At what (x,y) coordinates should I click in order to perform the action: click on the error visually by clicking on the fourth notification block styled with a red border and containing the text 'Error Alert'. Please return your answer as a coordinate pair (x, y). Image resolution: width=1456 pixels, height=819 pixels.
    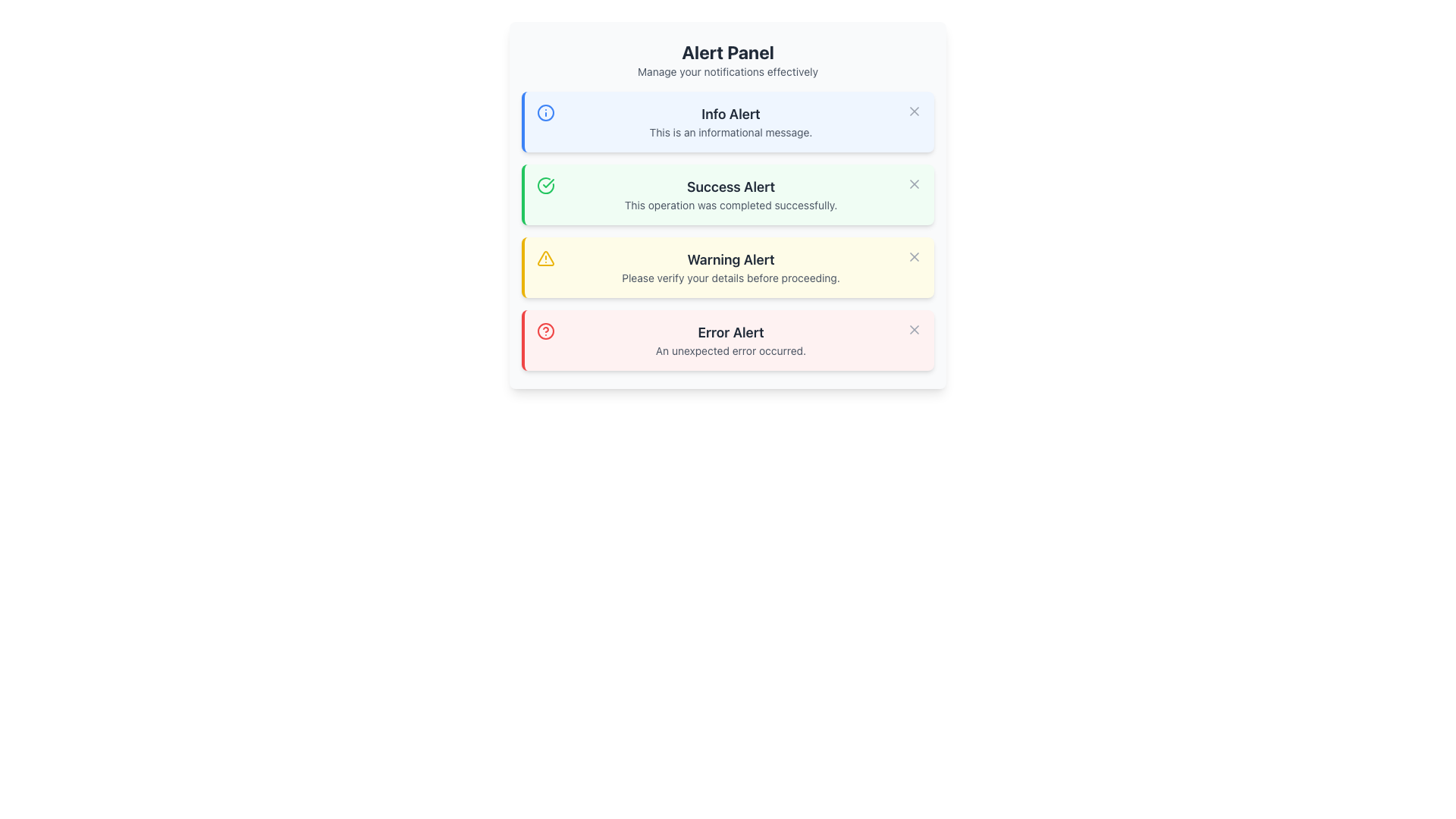
    Looking at the image, I should click on (728, 339).